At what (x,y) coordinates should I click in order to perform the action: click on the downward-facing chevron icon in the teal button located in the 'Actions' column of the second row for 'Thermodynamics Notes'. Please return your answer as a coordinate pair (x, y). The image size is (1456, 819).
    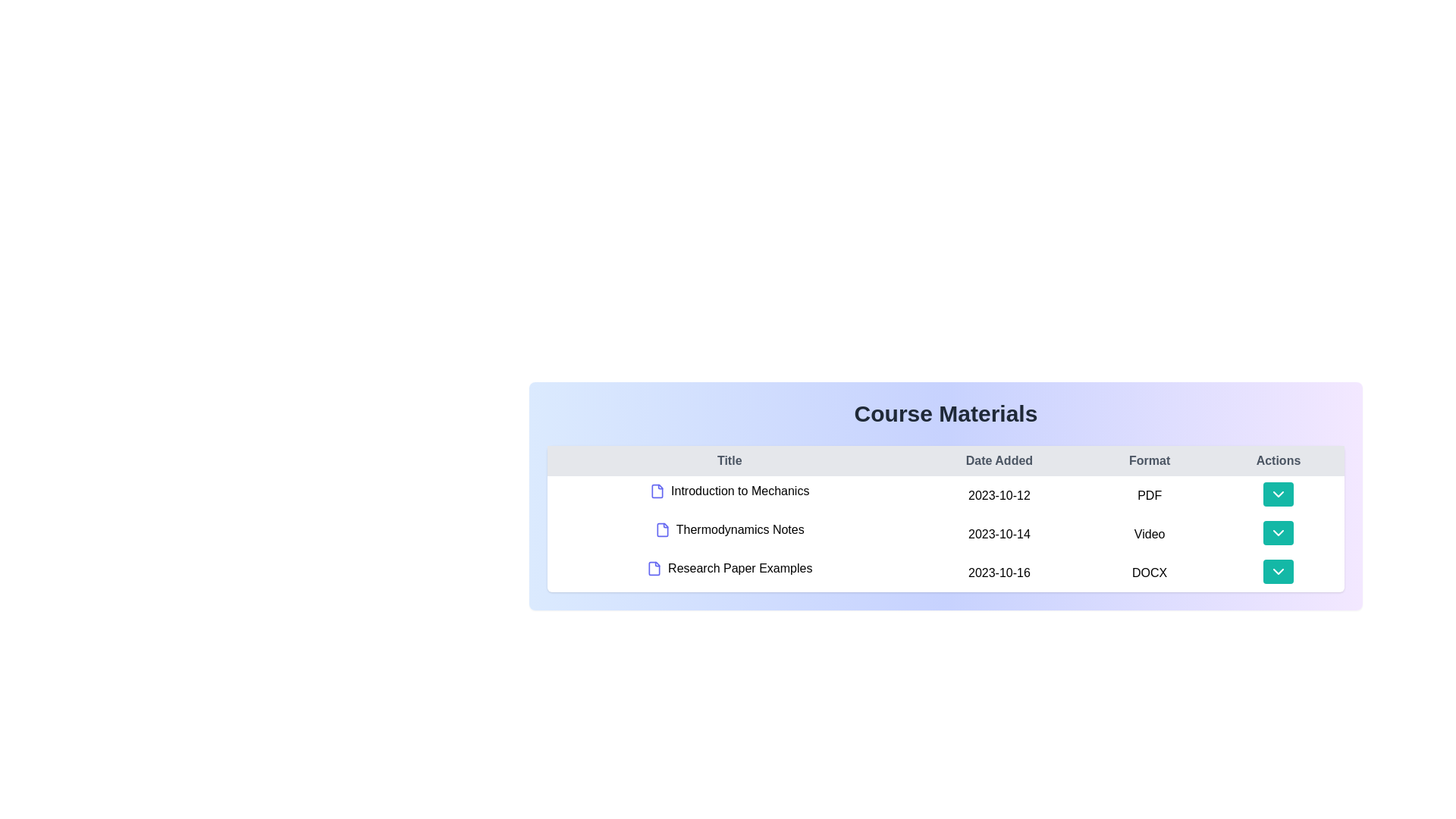
    Looking at the image, I should click on (1277, 532).